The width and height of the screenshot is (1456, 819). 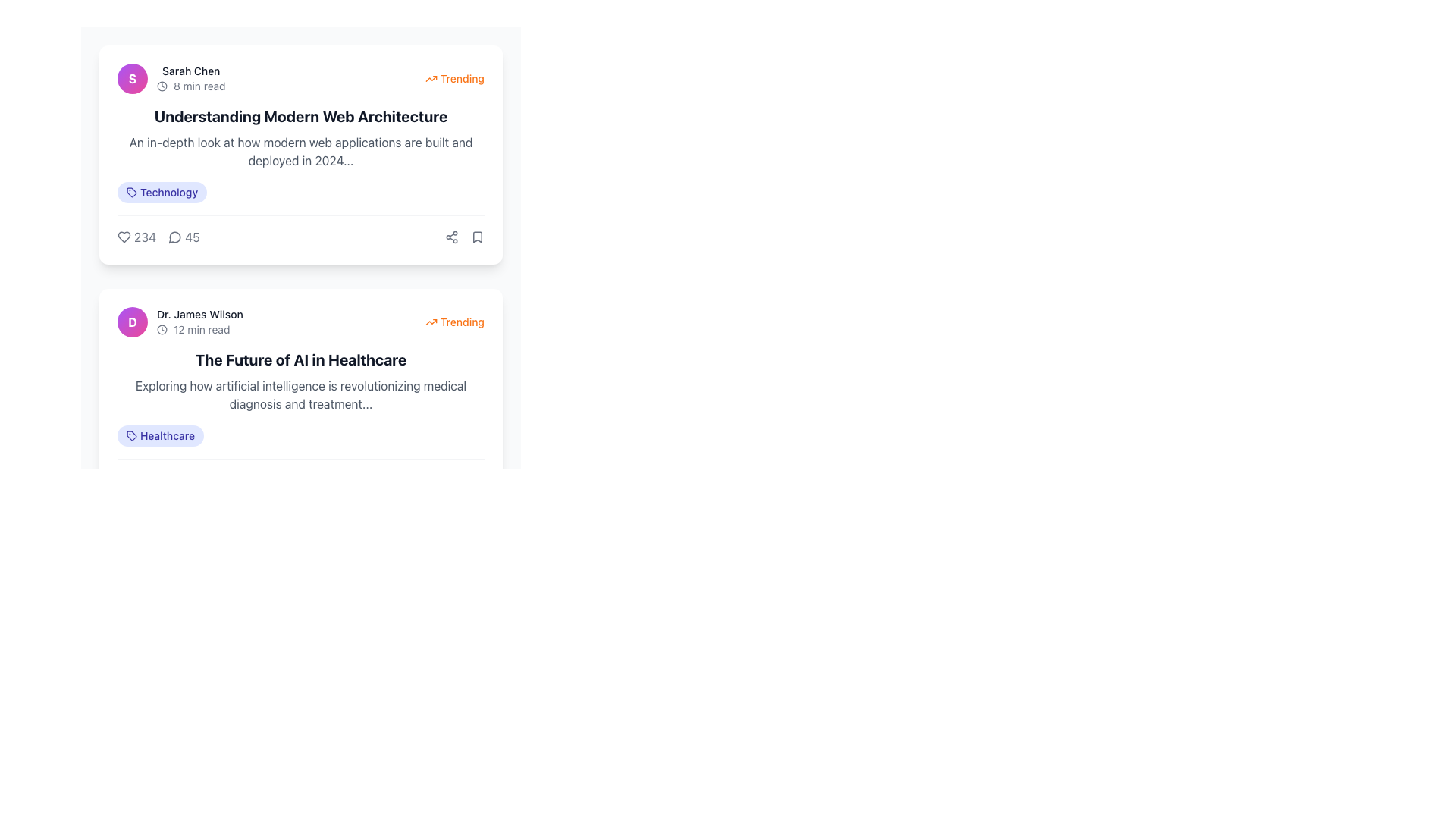 What do you see at coordinates (476, 237) in the screenshot?
I see `the bookmark icon, which is styled gray and turns yellow on hover, located at the bottom right of the card for the article titled 'Understanding Modern Web Architecture.'` at bounding box center [476, 237].